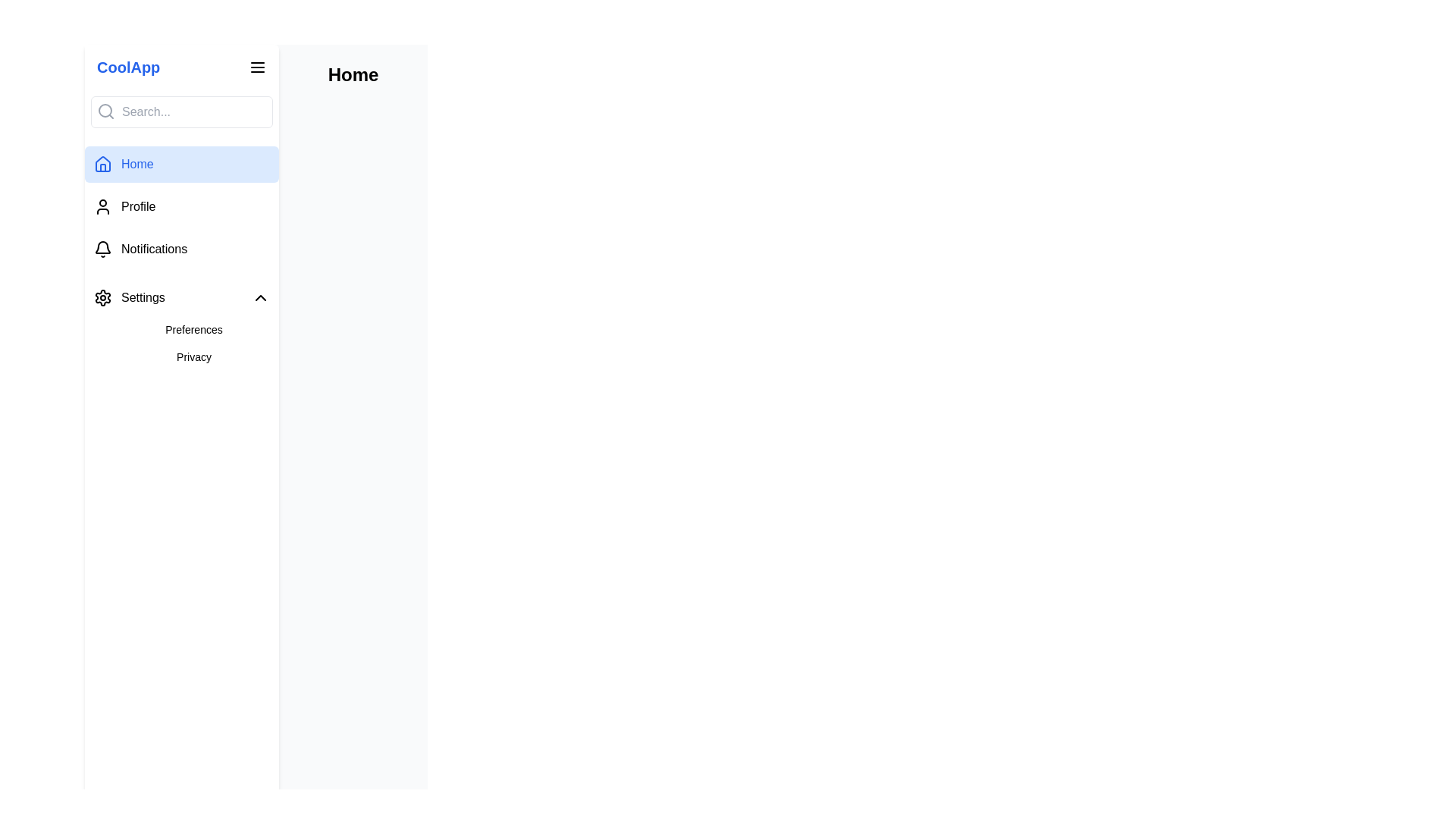  Describe the element at coordinates (182, 207) in the screenshot. I see `the third option in the navigation menu component located in the sidebar` at that location.